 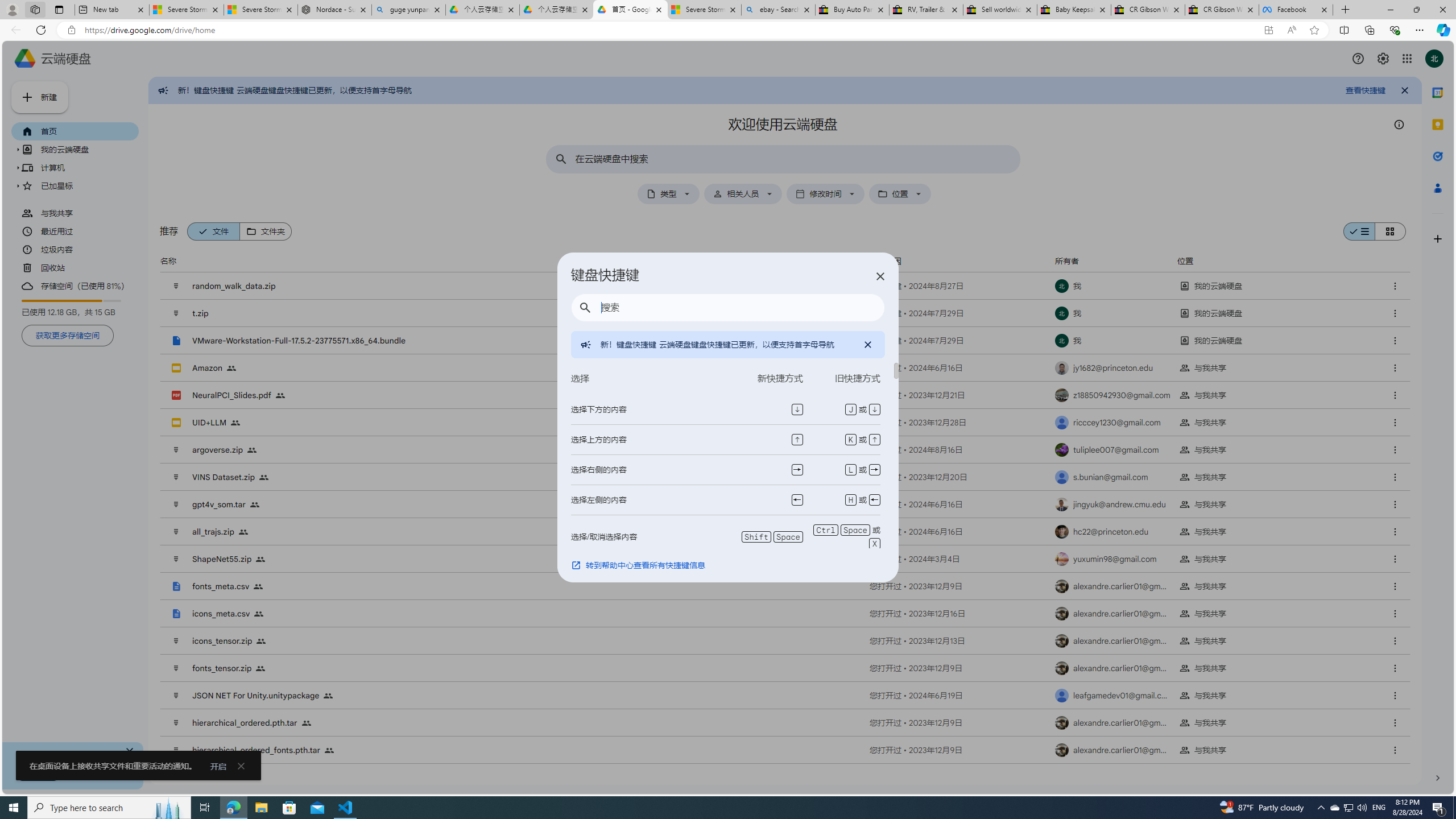 I want to click on 'Sell worldwide with eBay', so click(x=999, y=9).